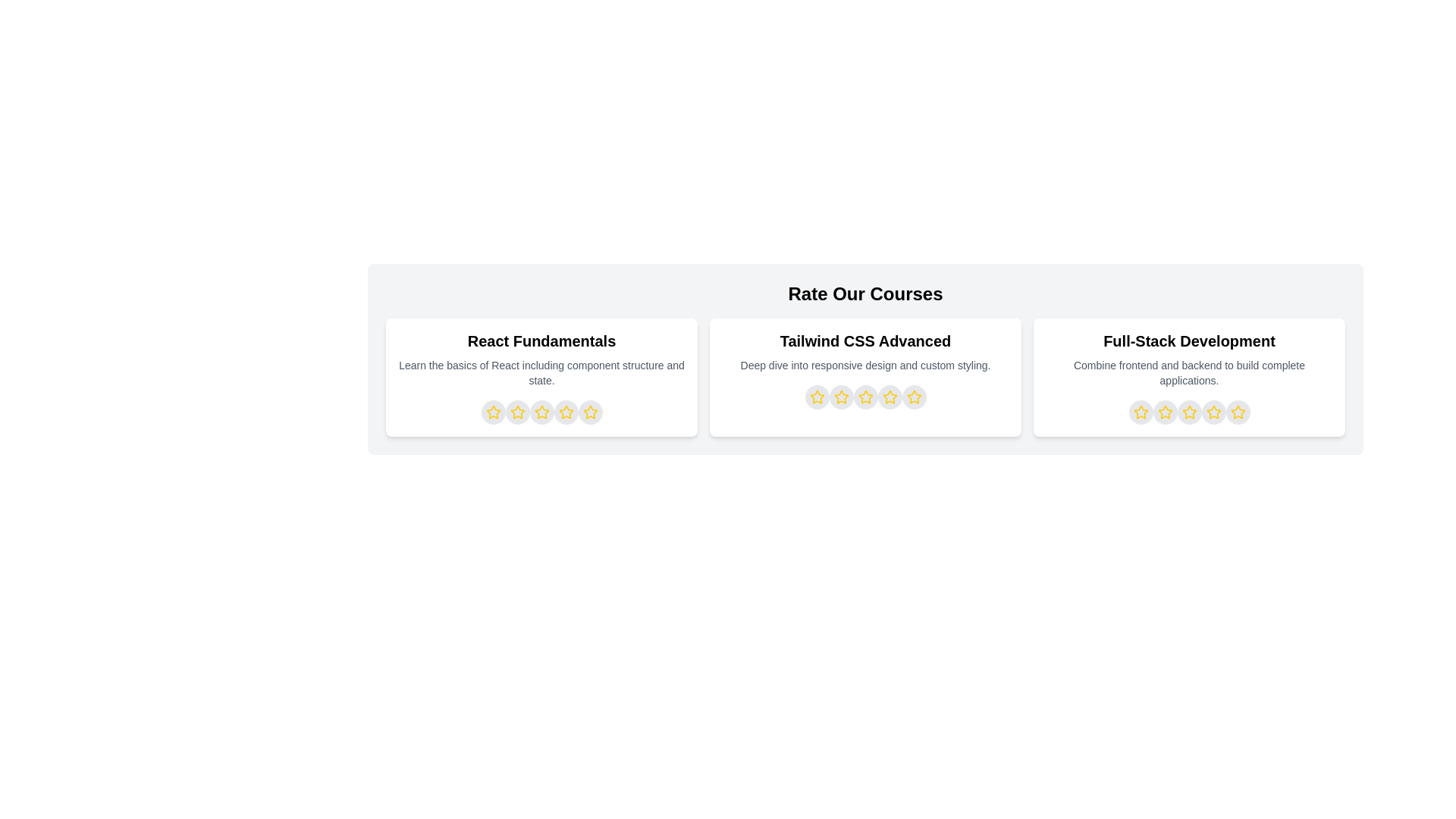  I want to click on the star representing 5 stars for the course titled React Fundamentals, so click(589, 412).